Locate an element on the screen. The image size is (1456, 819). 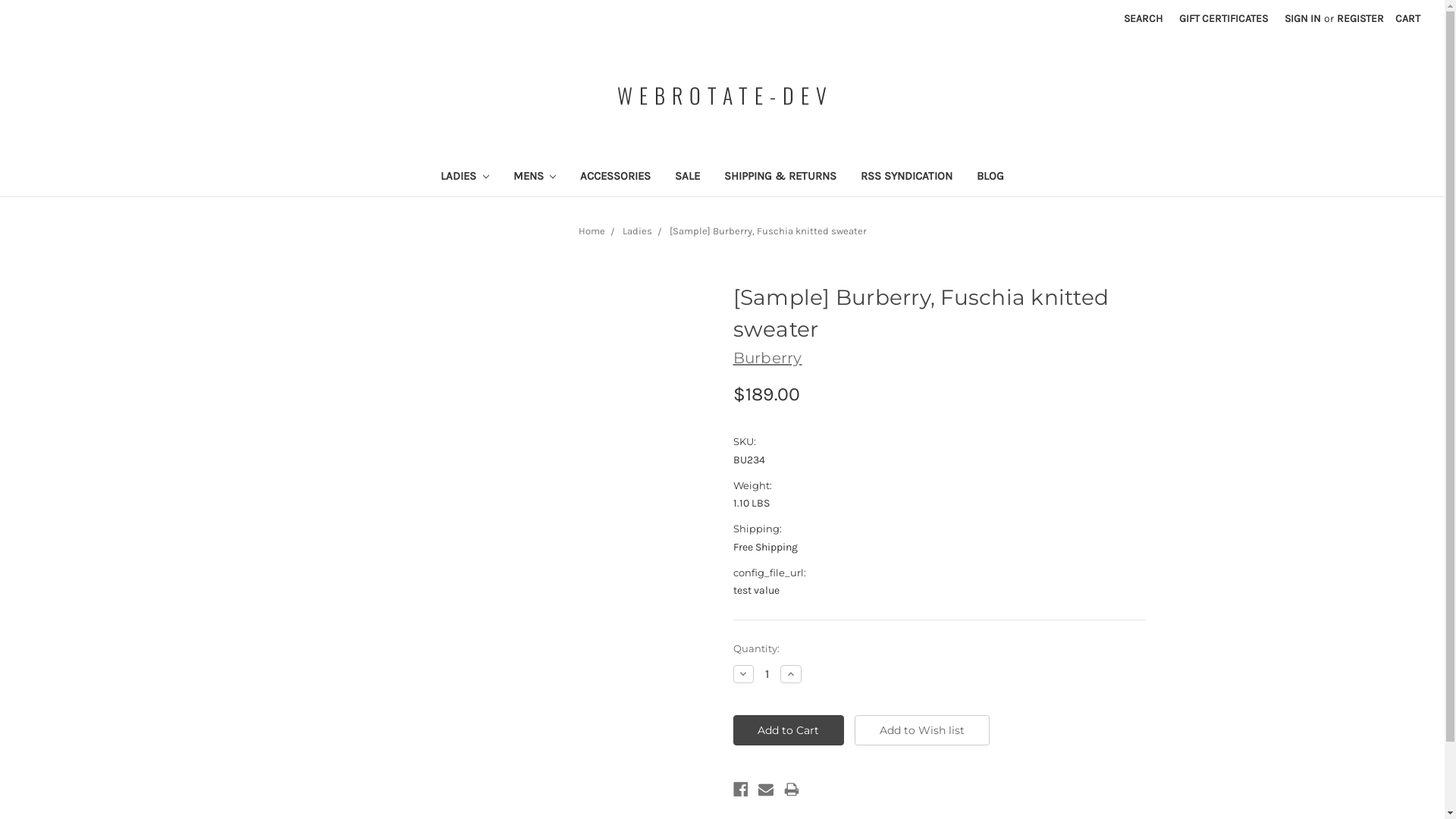
'Home' is located at coordinates (590, 231).